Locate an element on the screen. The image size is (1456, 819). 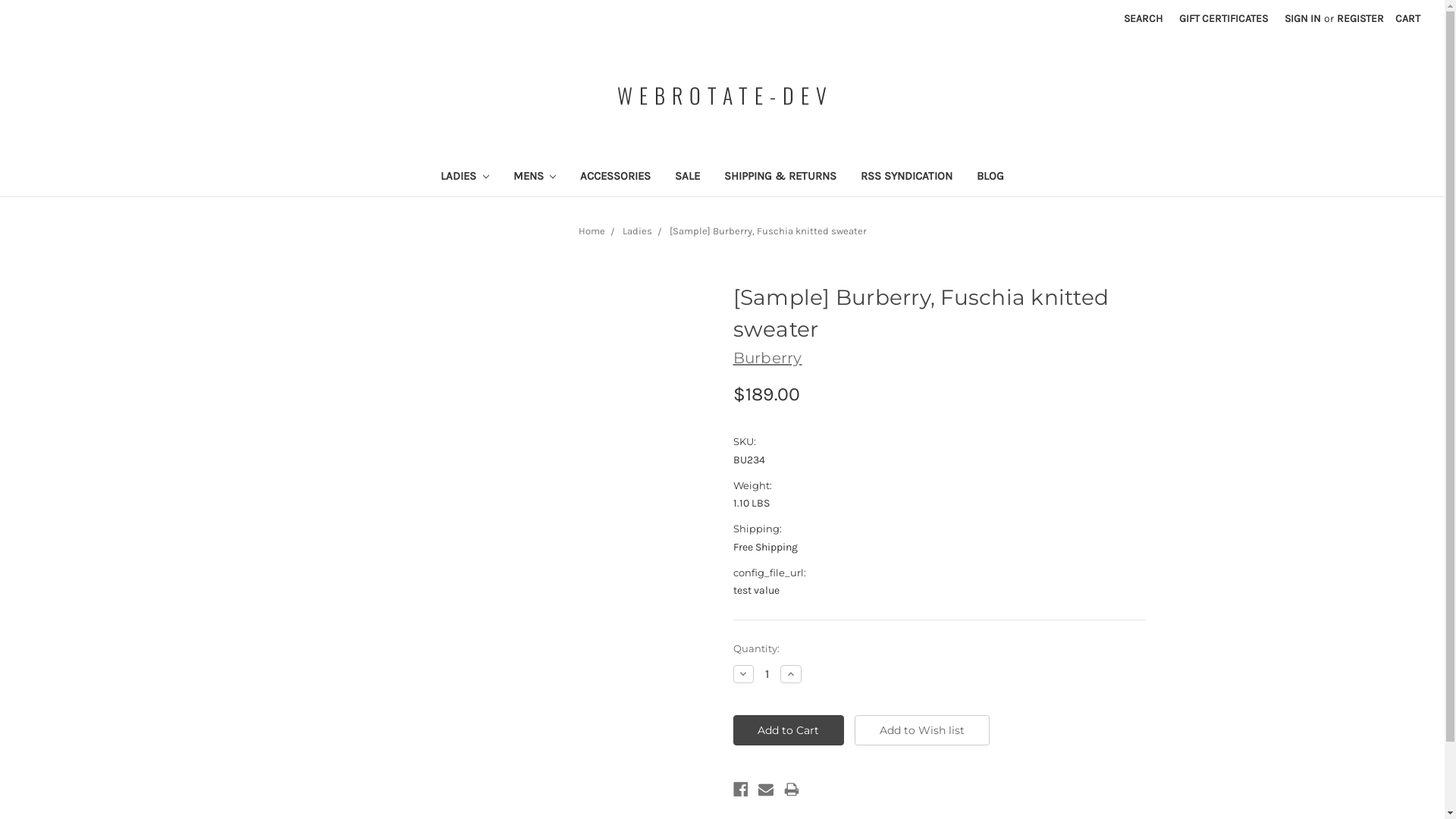
'Home' is located at coordinates (590, 231).